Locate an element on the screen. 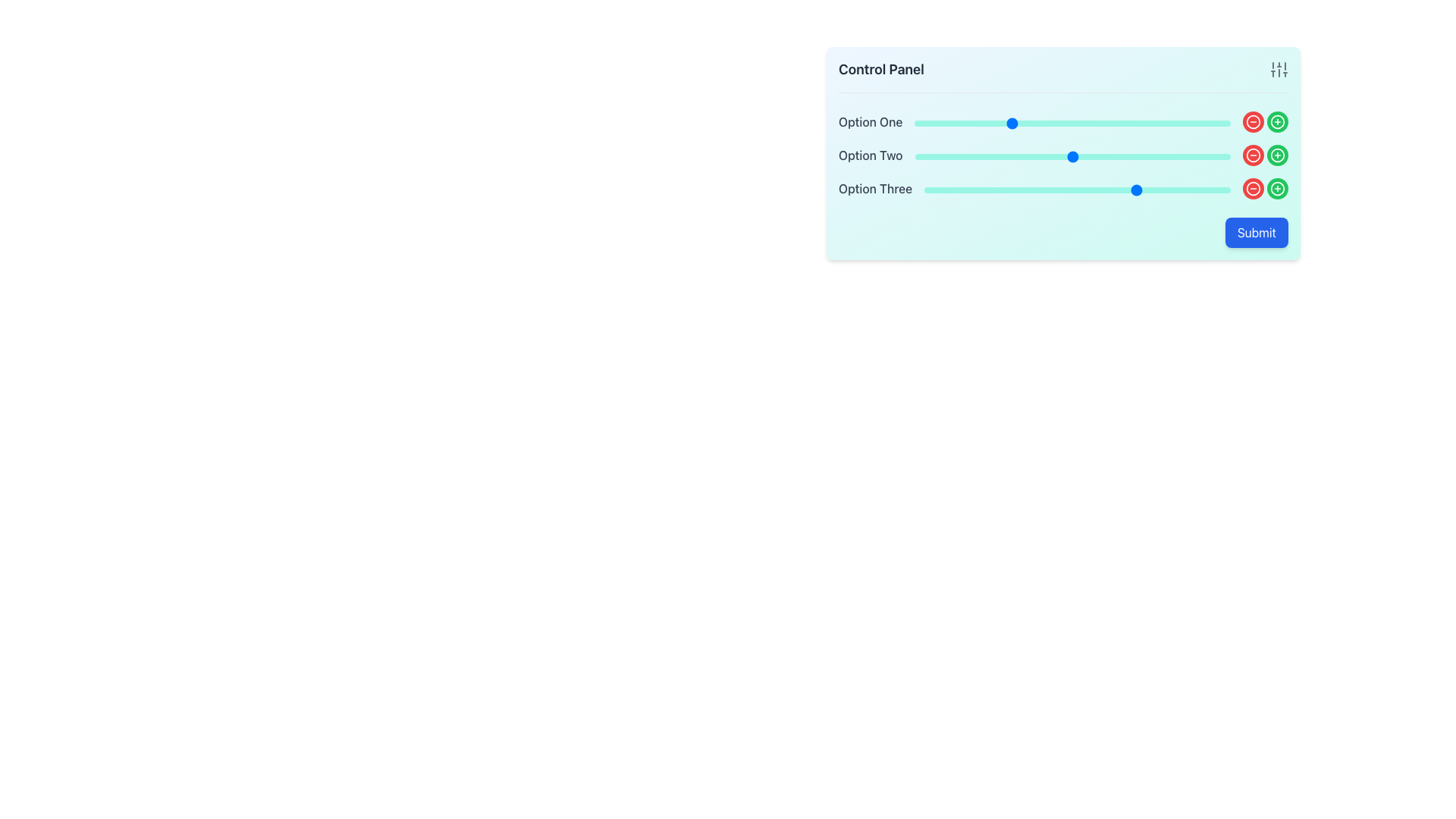 The image size is (1456, 819). the slider value is located at coordinates (1096, 189).